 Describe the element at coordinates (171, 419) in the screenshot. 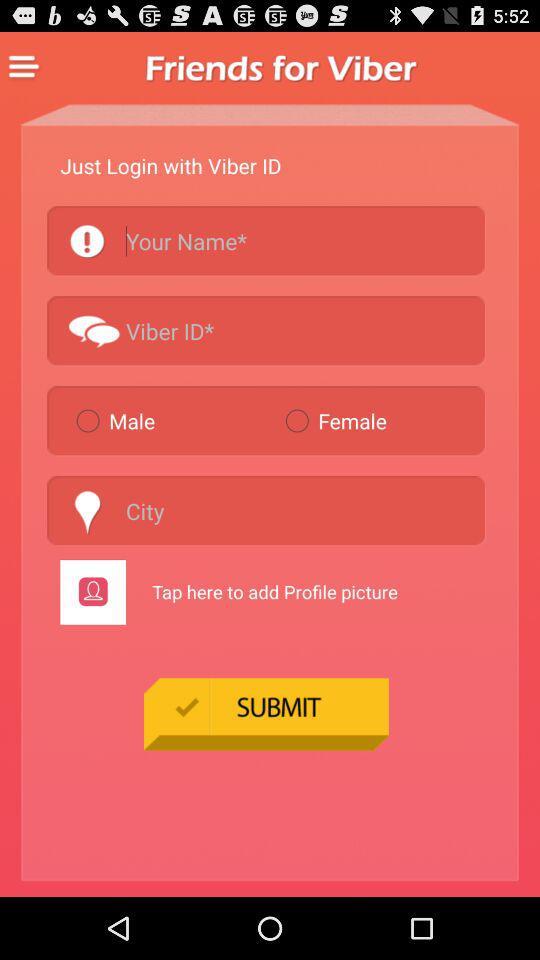

I see `male` at that location.